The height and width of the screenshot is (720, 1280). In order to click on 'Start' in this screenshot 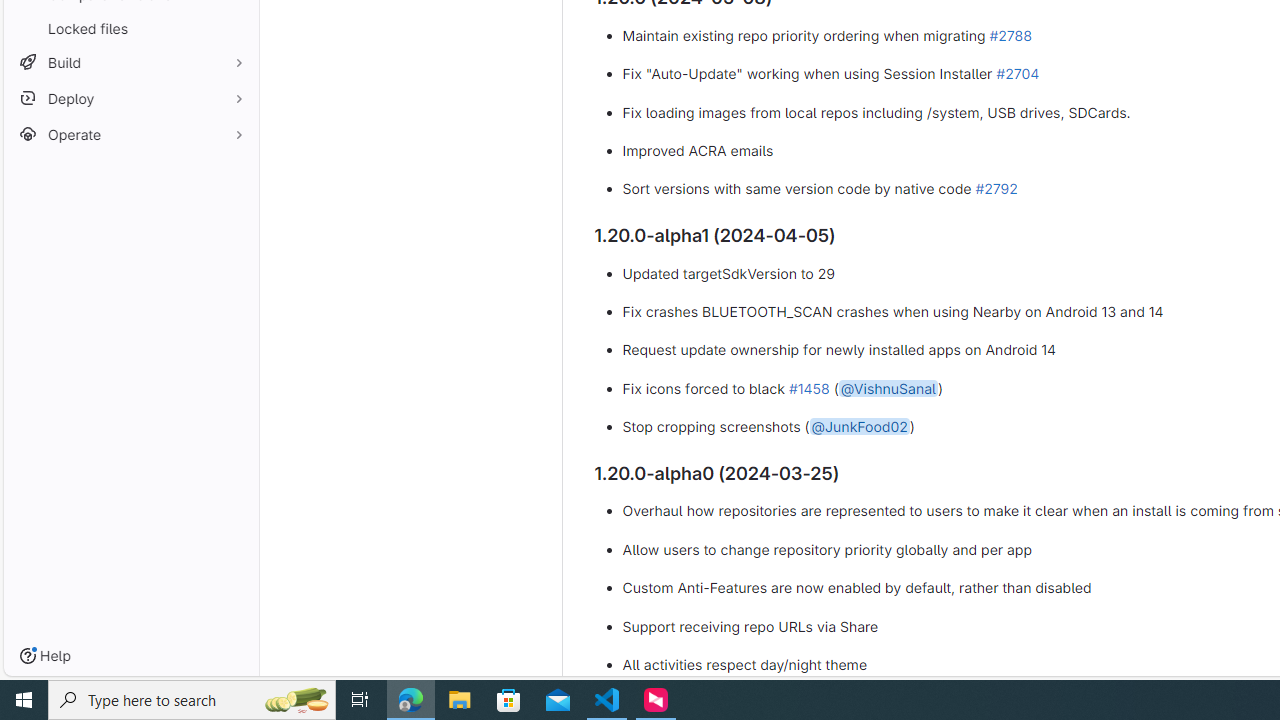, I will do `click(24, 698)`.